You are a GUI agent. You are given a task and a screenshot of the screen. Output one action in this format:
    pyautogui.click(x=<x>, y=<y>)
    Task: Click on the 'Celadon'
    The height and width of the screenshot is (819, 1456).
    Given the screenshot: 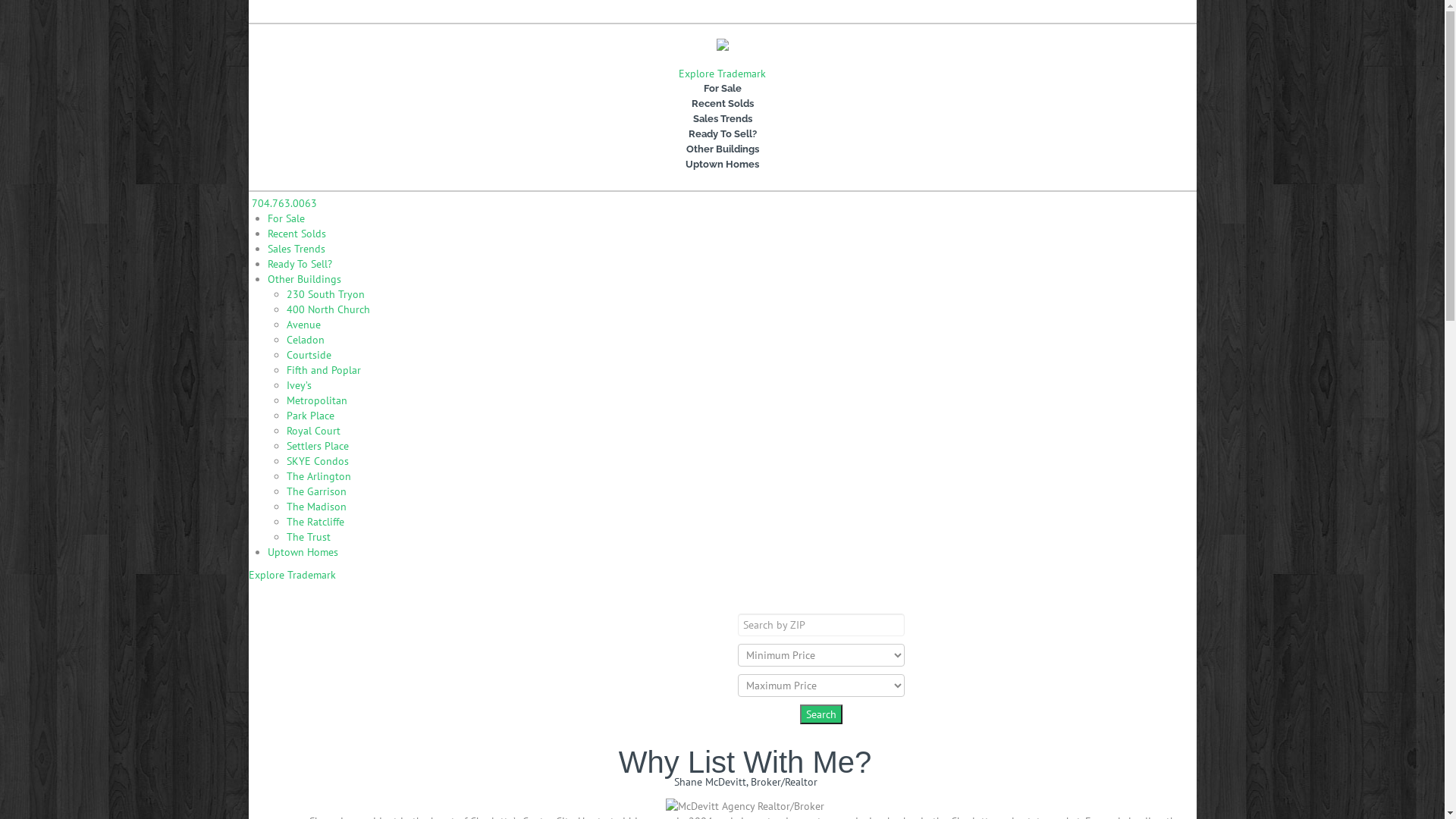 What is the action you would take?
    pyautogui.click(x=305, y=338)
    